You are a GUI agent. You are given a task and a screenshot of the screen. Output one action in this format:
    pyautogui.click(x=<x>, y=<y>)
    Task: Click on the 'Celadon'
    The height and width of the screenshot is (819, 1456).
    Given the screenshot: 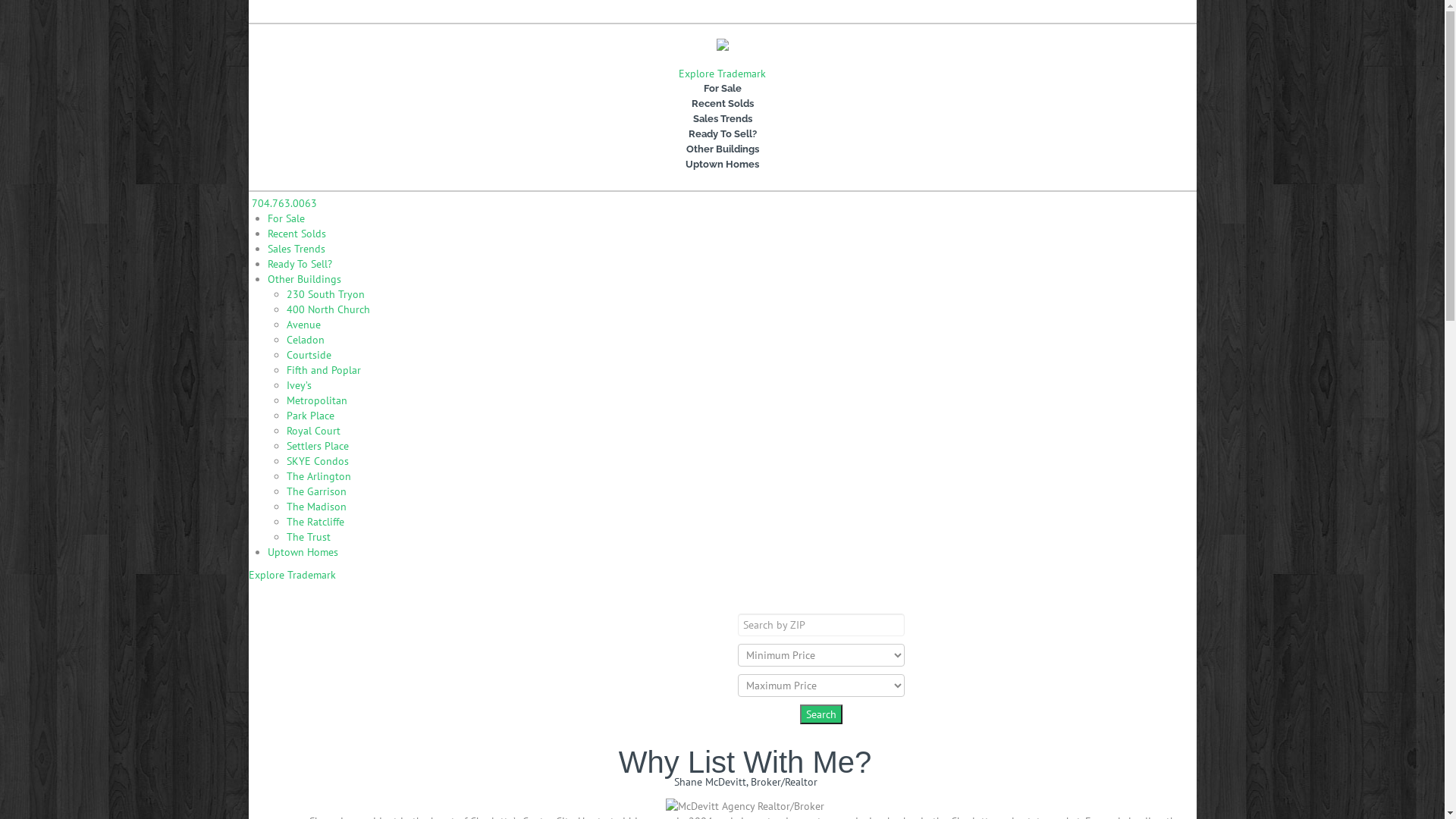 What is the action you would take?
    pyautogui.click(x=305, y=338)
    